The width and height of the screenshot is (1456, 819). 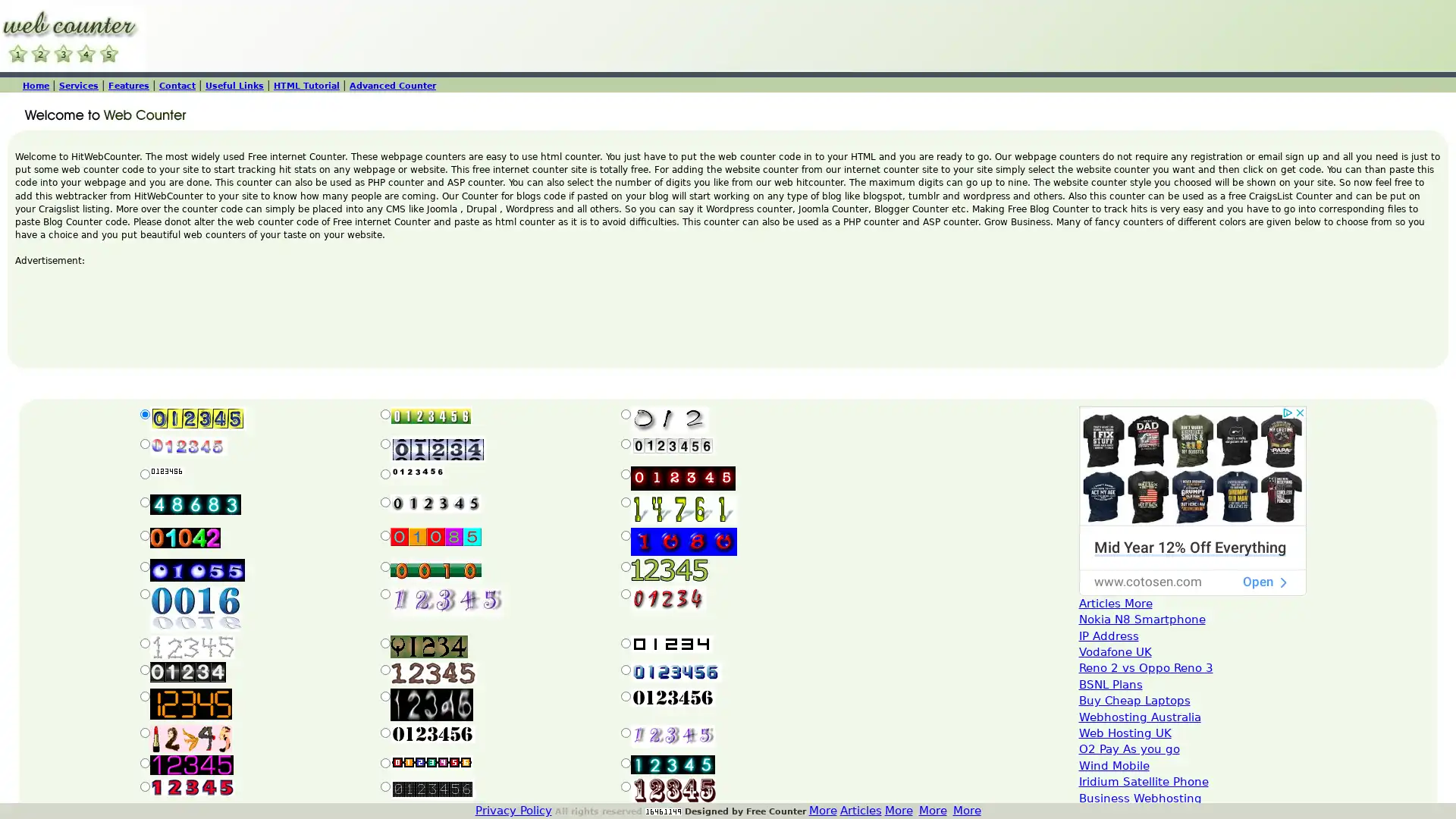 I want to click on Submit, so click(x=431, y=788).